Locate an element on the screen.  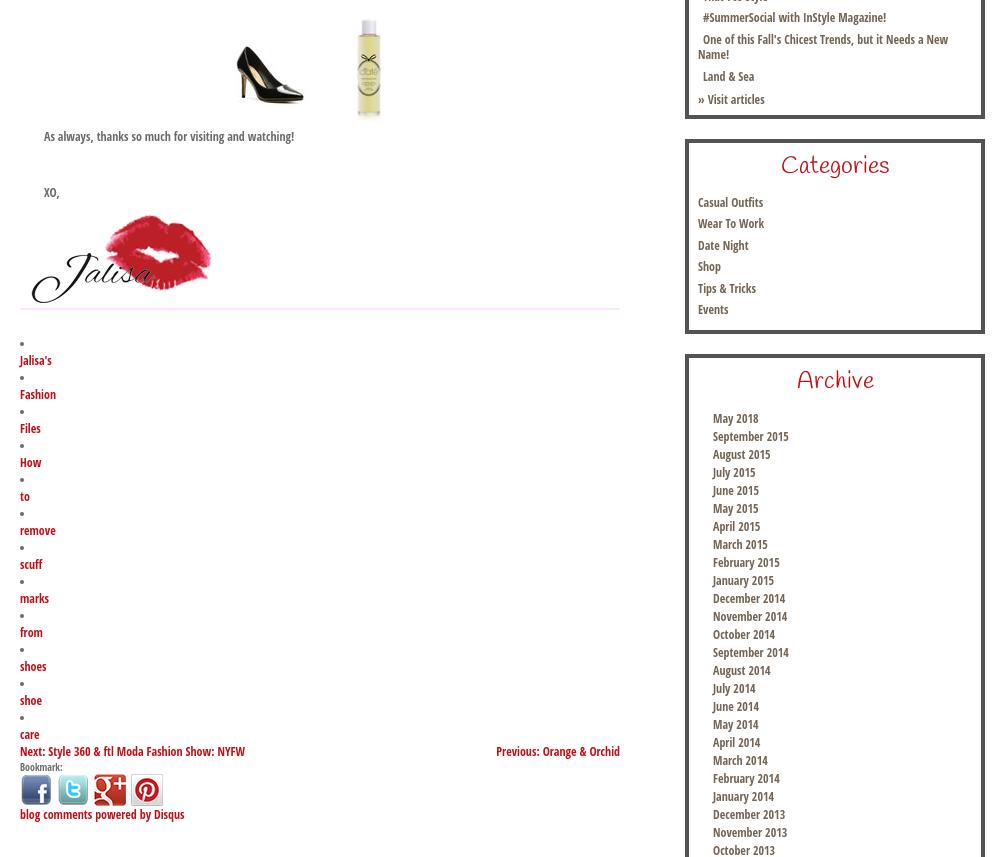
'March 2015' is located at coordinates (739, 543).